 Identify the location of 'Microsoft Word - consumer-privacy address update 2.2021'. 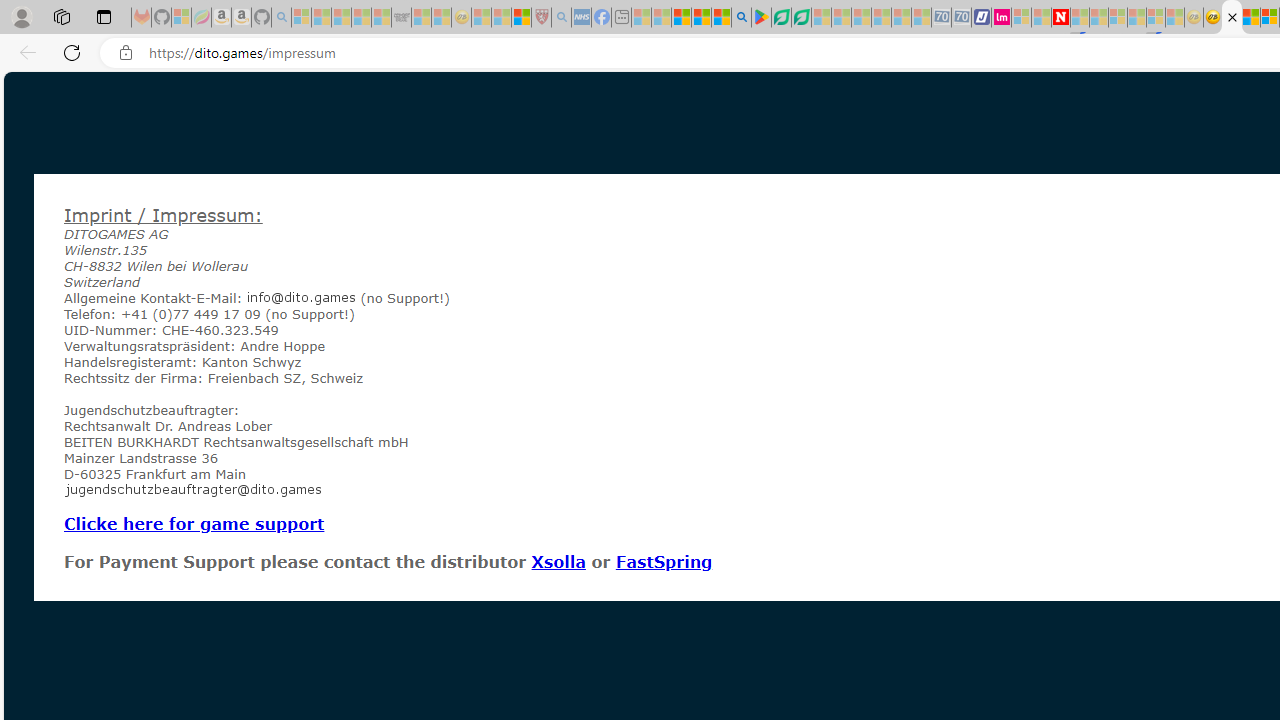
(801, 17).